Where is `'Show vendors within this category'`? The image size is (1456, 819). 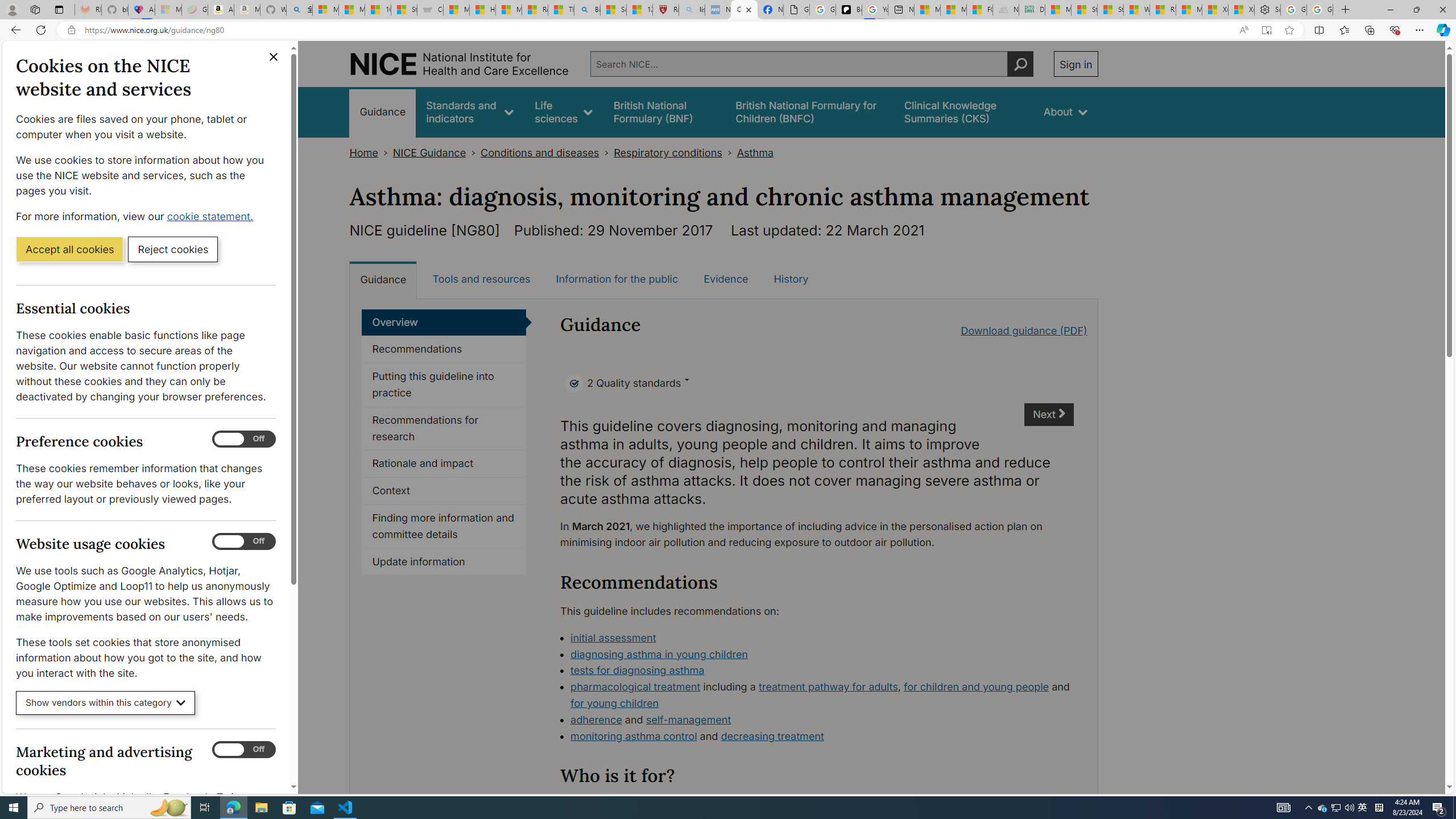
'Show vendors within this category' is located at coordinates (105, 703).